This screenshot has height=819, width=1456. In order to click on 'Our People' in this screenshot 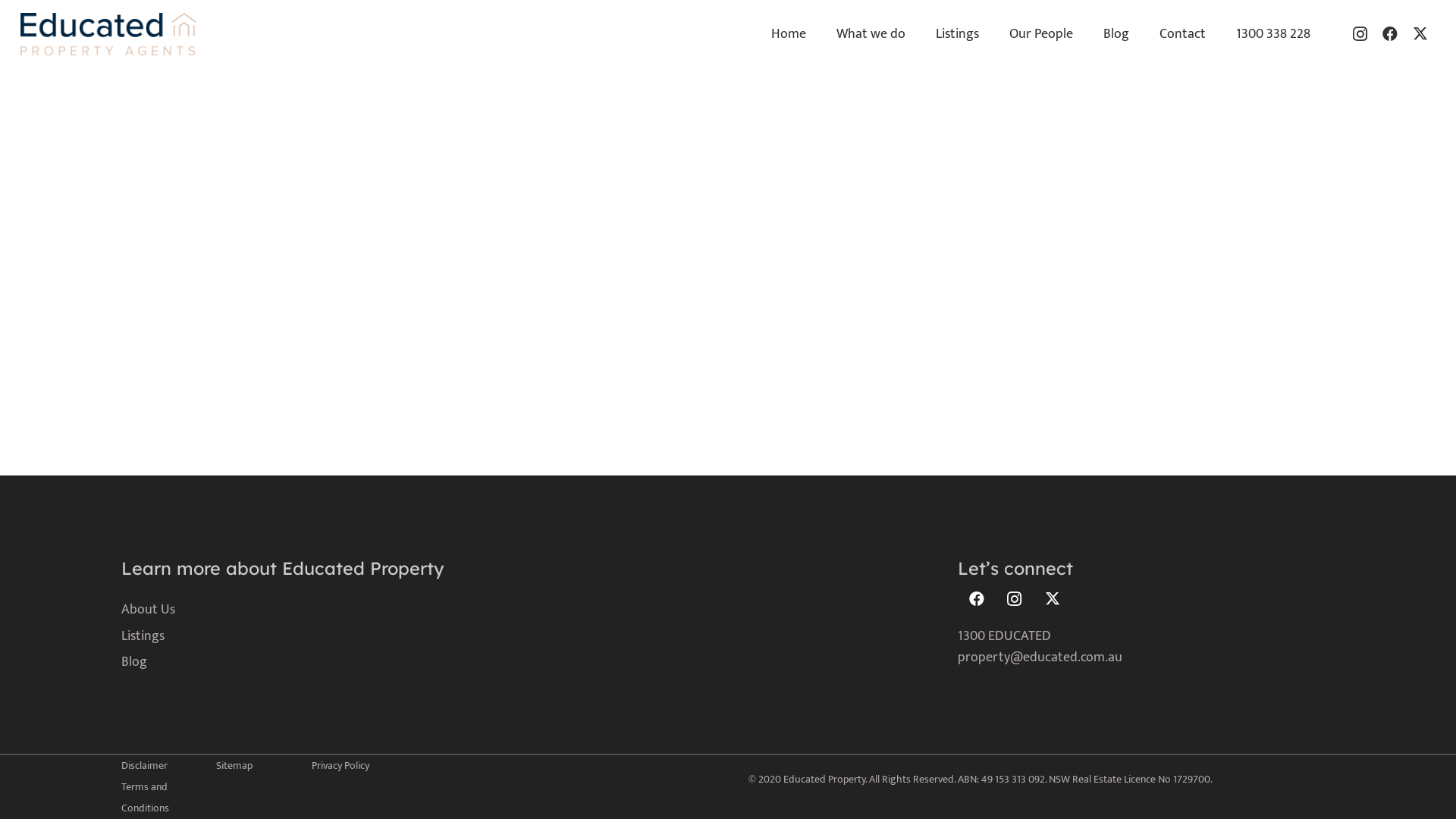, I will do `click(993, 34)`.